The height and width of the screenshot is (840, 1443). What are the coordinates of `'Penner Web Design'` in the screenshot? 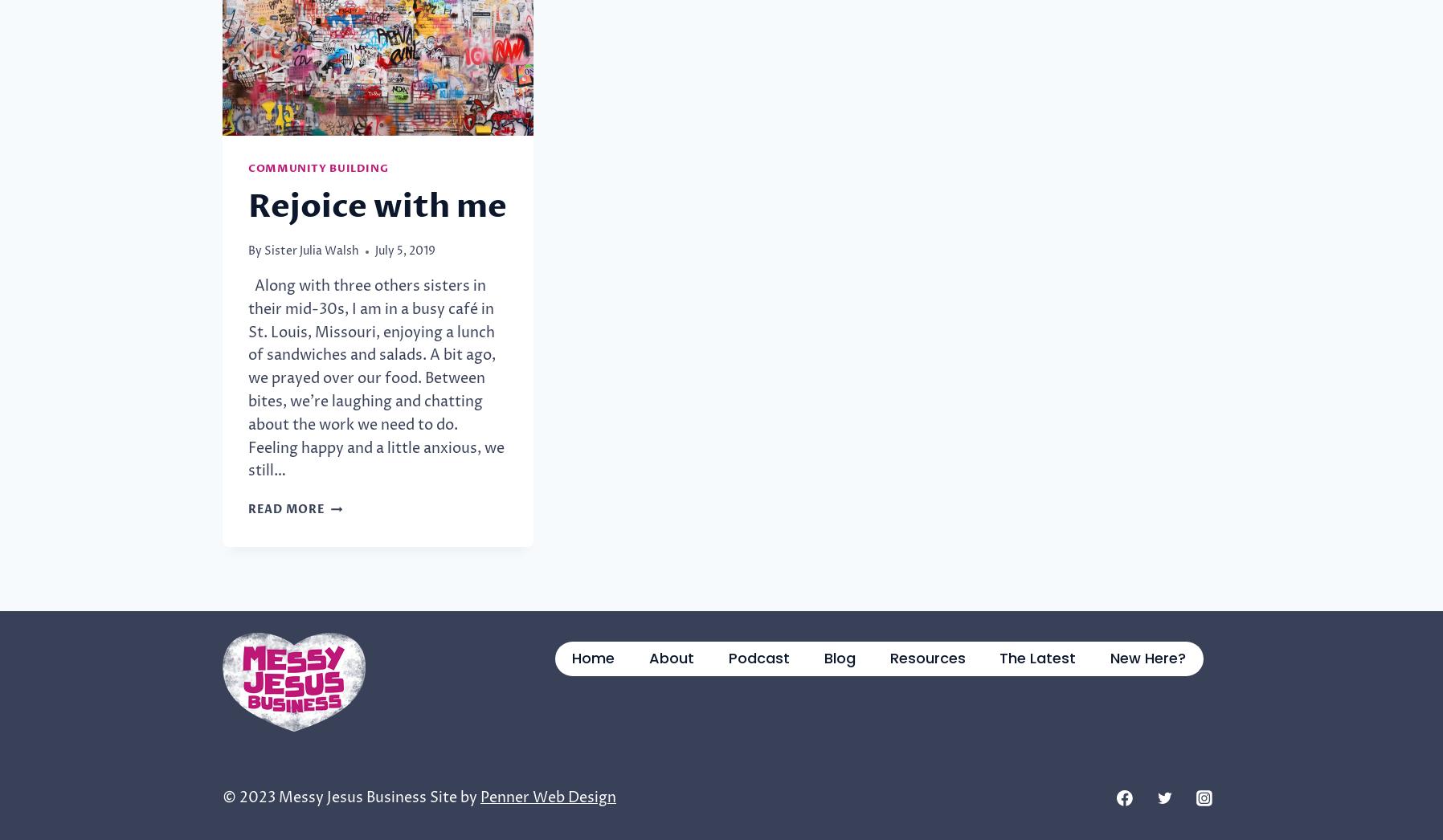 It's located at (548, 796).